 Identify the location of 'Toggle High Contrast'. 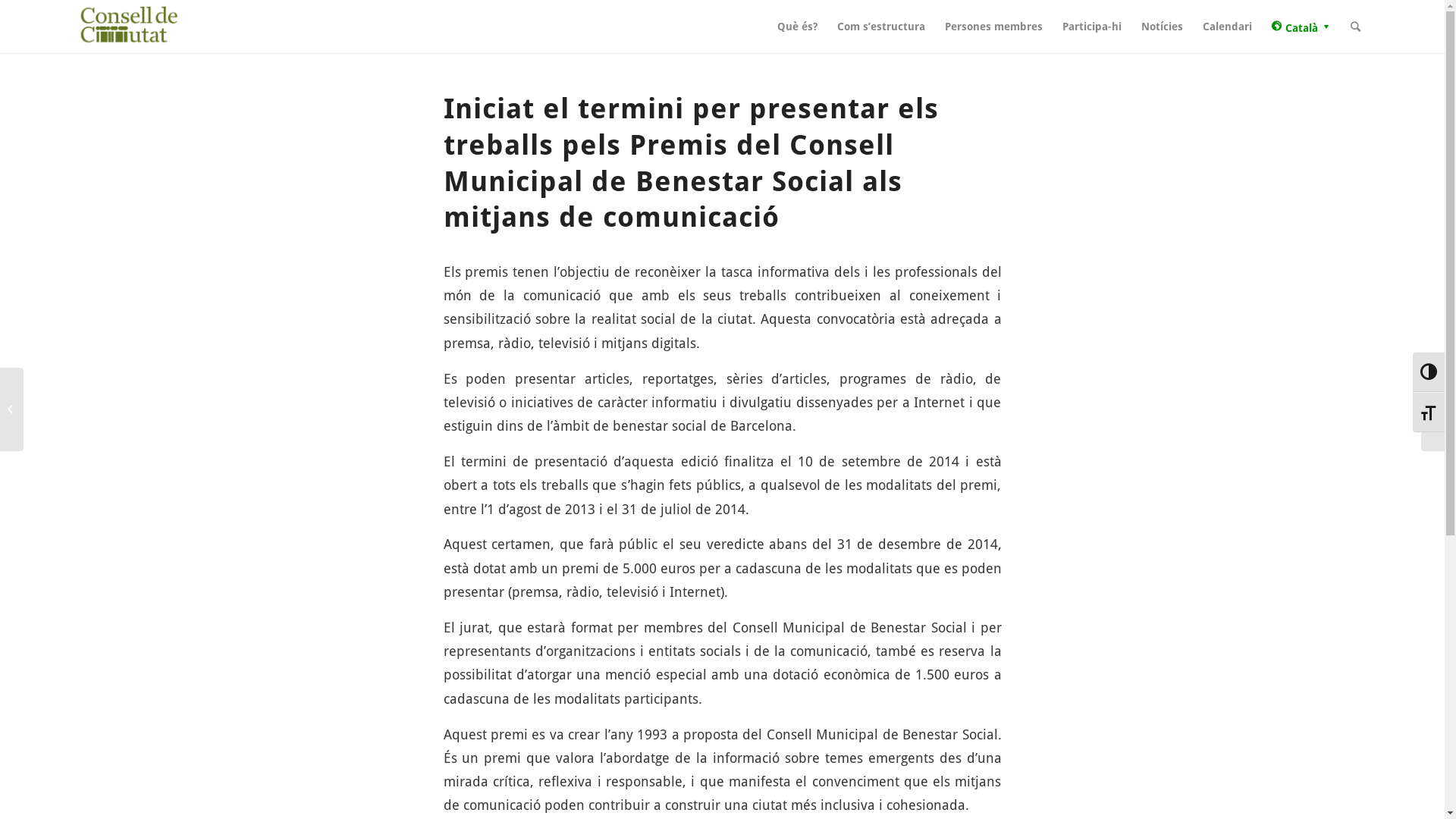
(1427, 372).